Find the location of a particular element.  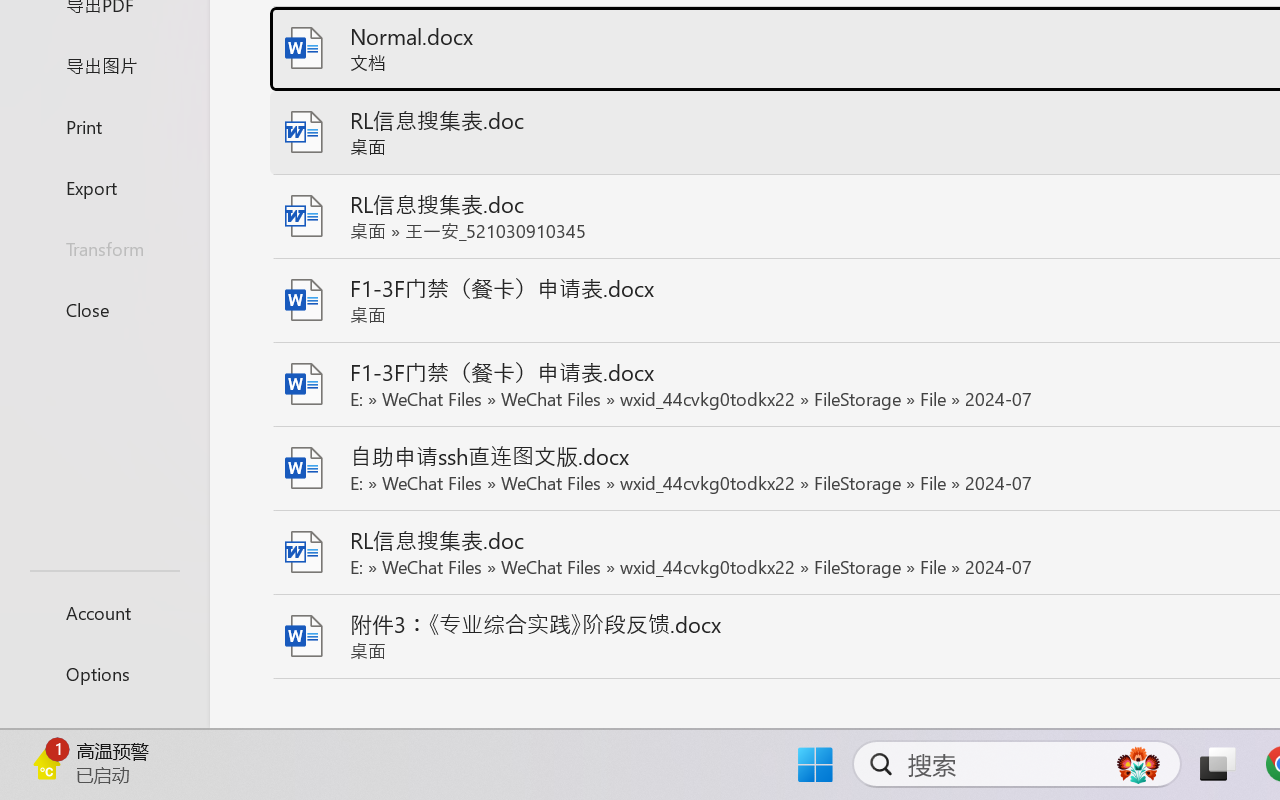

'Export' is located at coordinates (103, 186).